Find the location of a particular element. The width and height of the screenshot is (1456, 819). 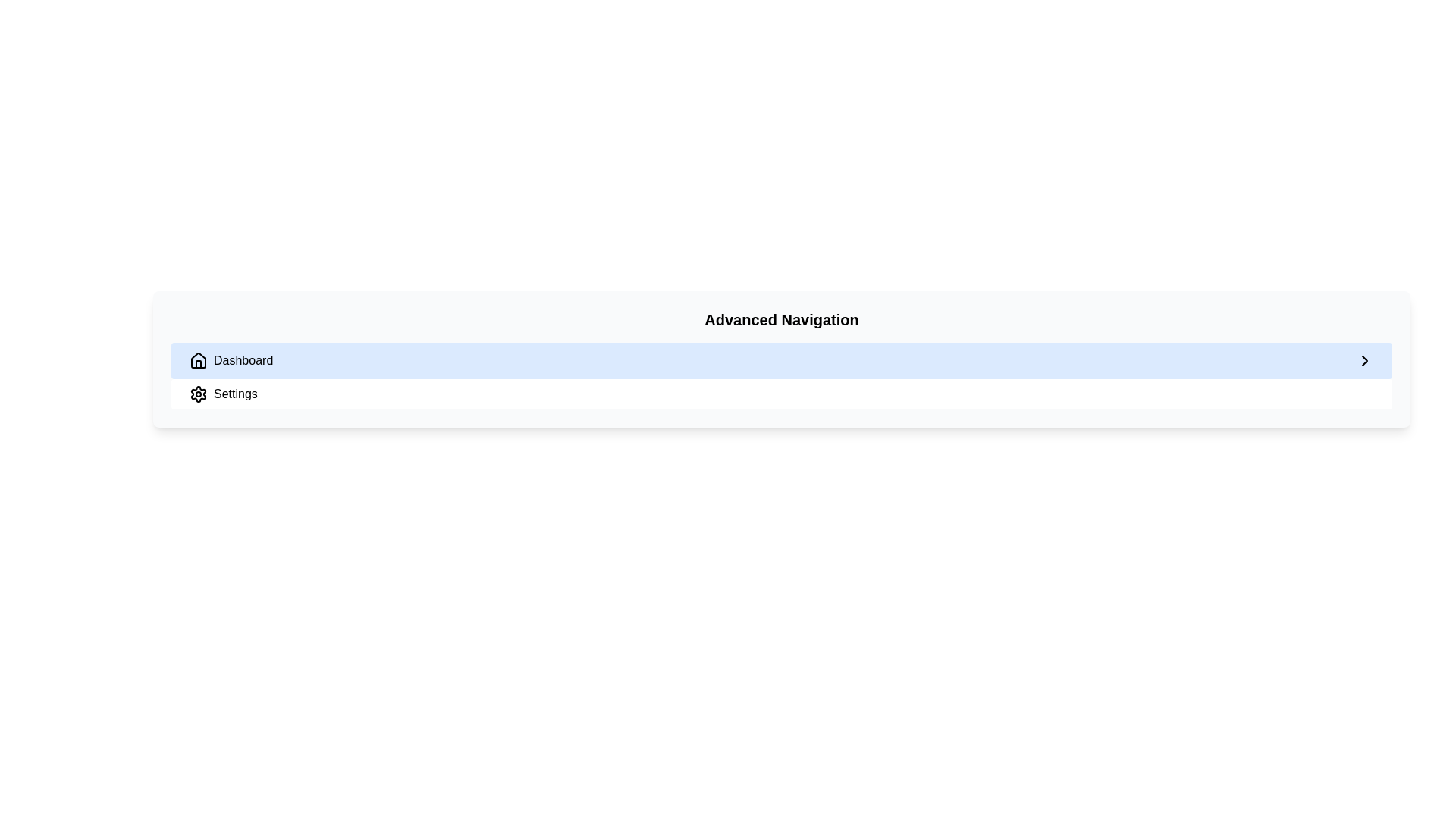

the right-facing chevron icon in the 'Dashboard' section is located at coordinates (1365, 360).